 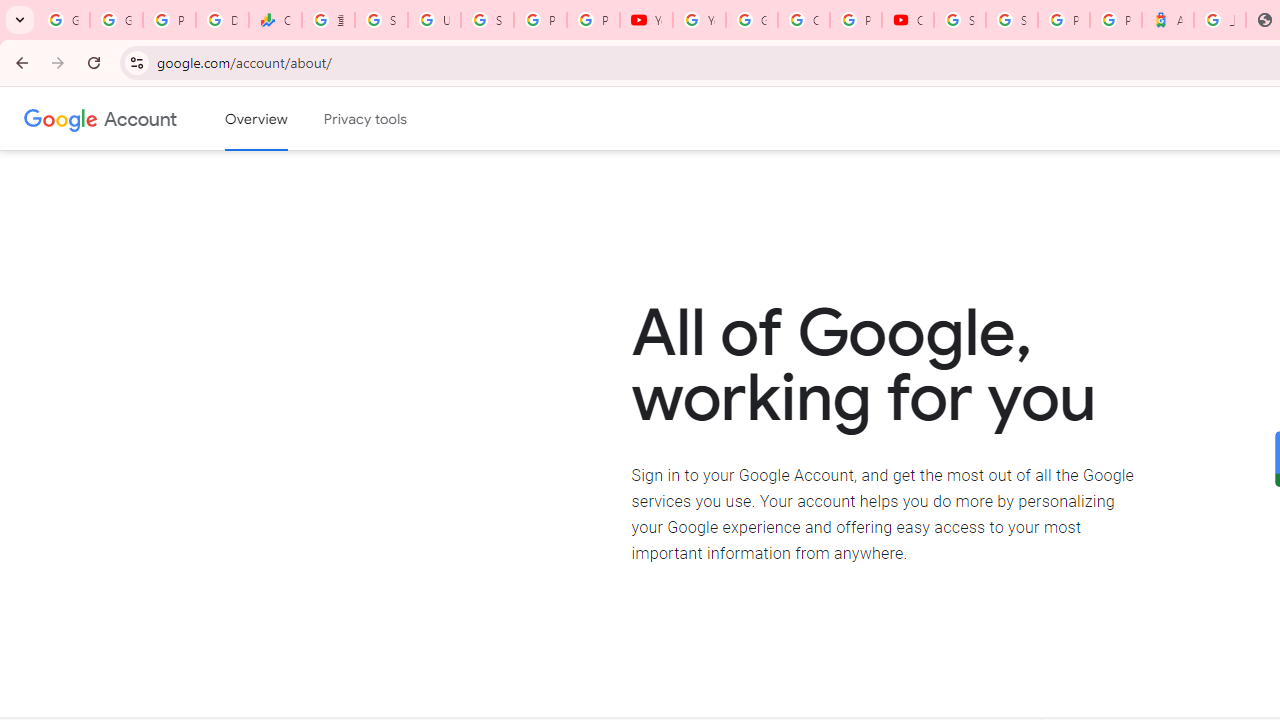 I want to click on 'Google Account Help', so click(x=751, y=20).